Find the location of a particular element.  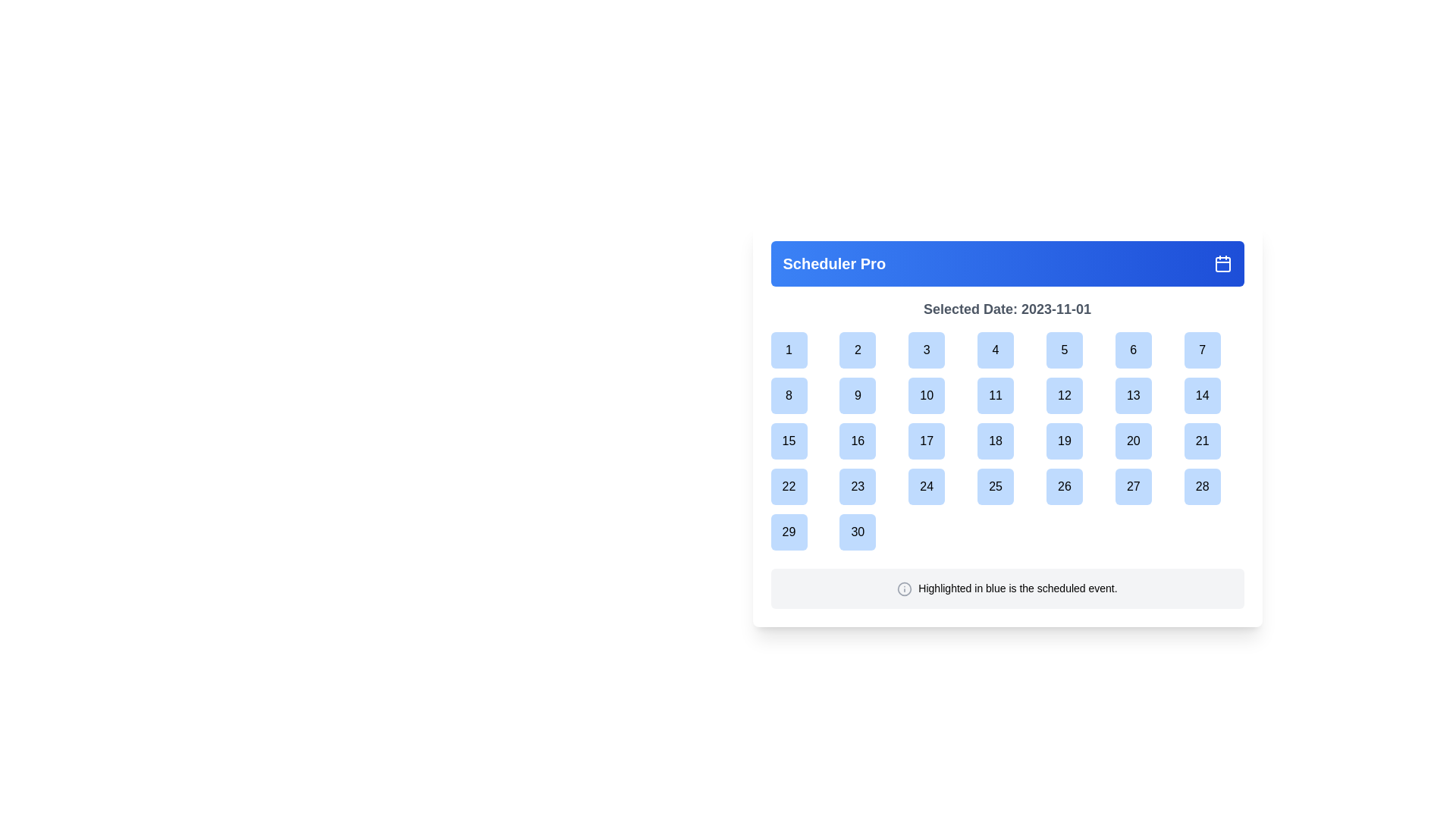

the calendar button representing the date '10', which is the fourth button is located at coordinates (926, 394).